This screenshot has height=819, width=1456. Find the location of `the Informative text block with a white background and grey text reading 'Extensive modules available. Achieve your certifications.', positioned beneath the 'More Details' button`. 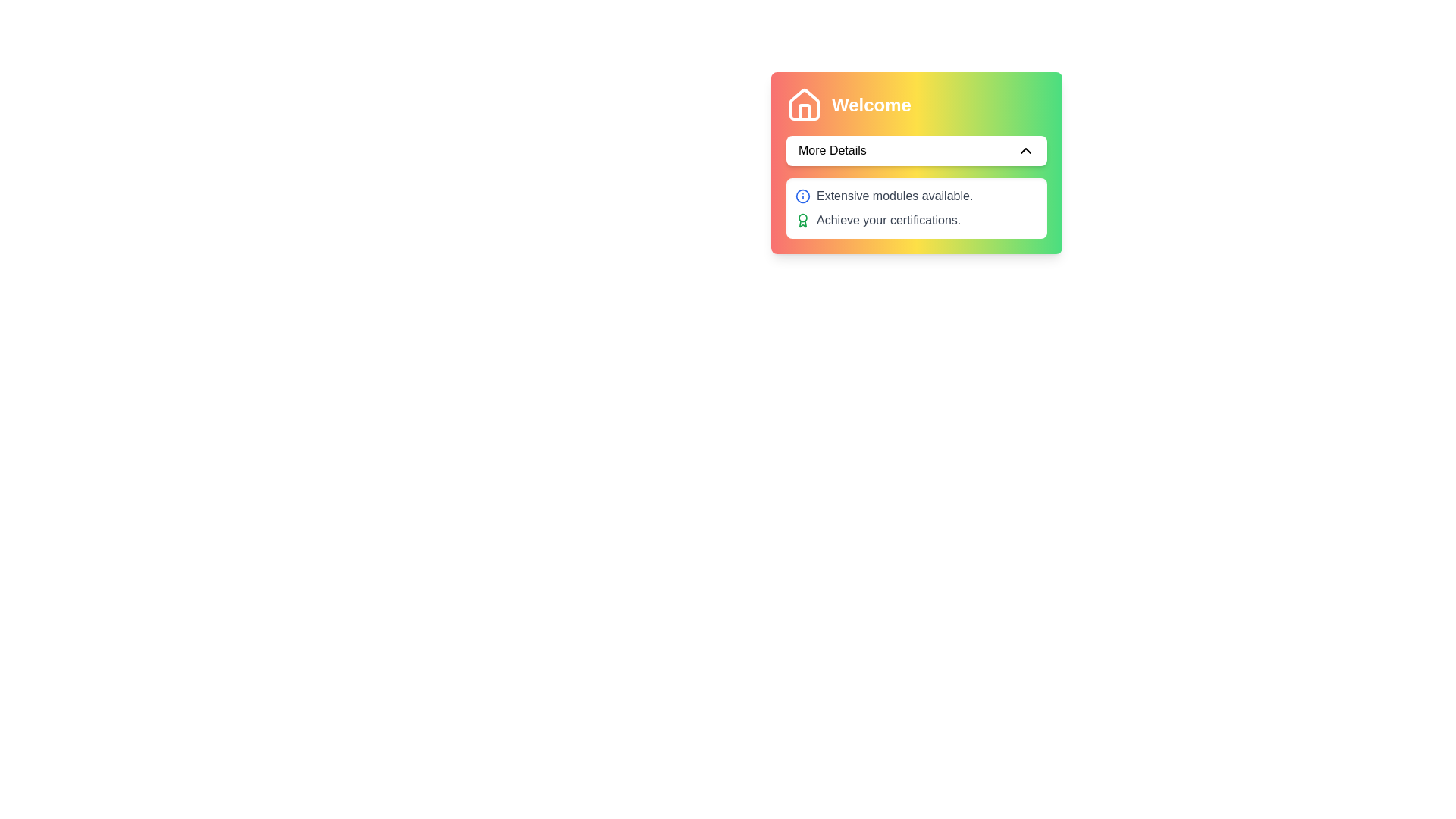

the Informative text block with a white background and grey text reading 'Extensive modules available. Achieve your certifications.', positioned beneath the 'More Details' button is located at coordinates (916, 208).